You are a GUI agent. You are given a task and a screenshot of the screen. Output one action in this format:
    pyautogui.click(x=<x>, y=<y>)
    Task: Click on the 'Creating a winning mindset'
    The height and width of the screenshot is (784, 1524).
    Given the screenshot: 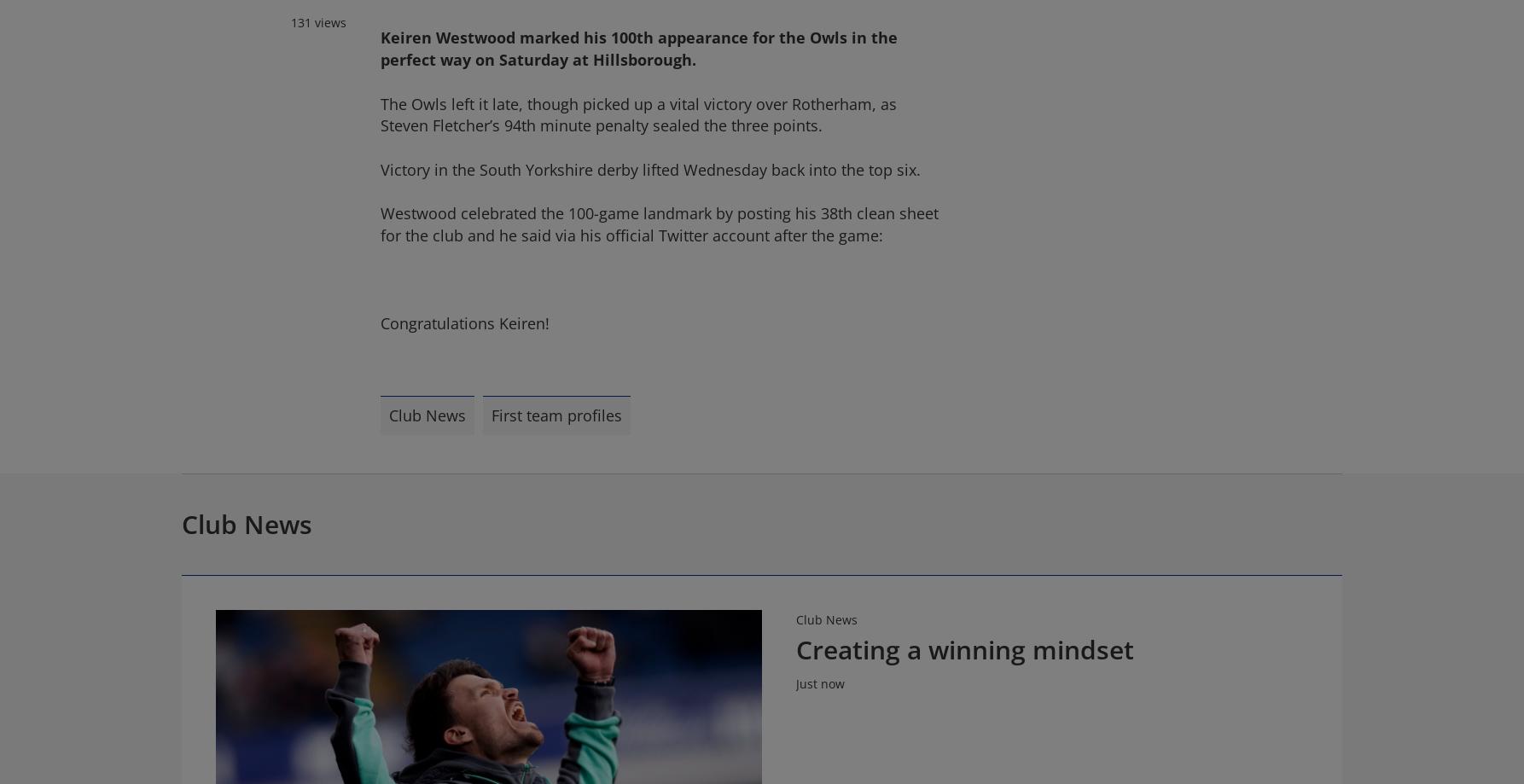 What is the action you would take?
    pyautogui.click(x=796, y=648)
    